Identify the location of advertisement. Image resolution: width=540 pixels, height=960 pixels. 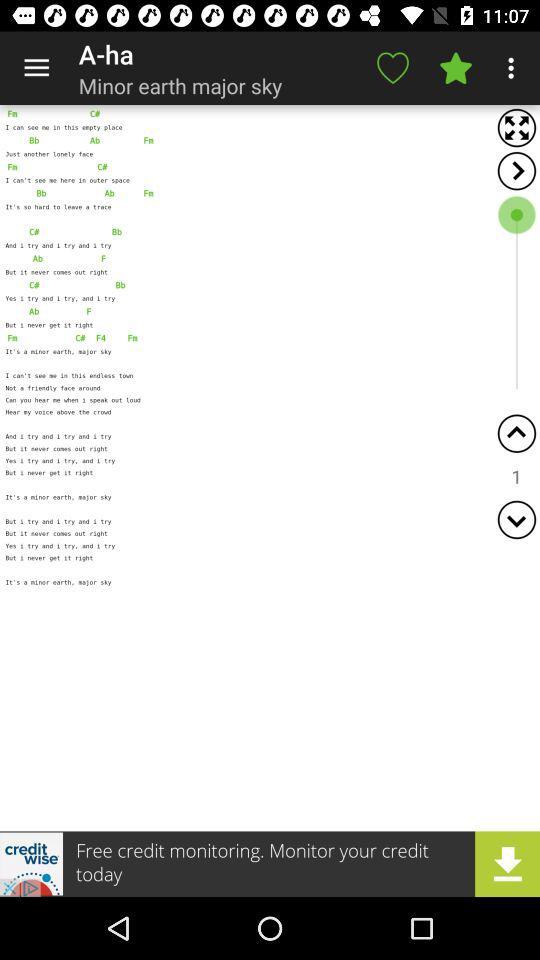
(270, 863).